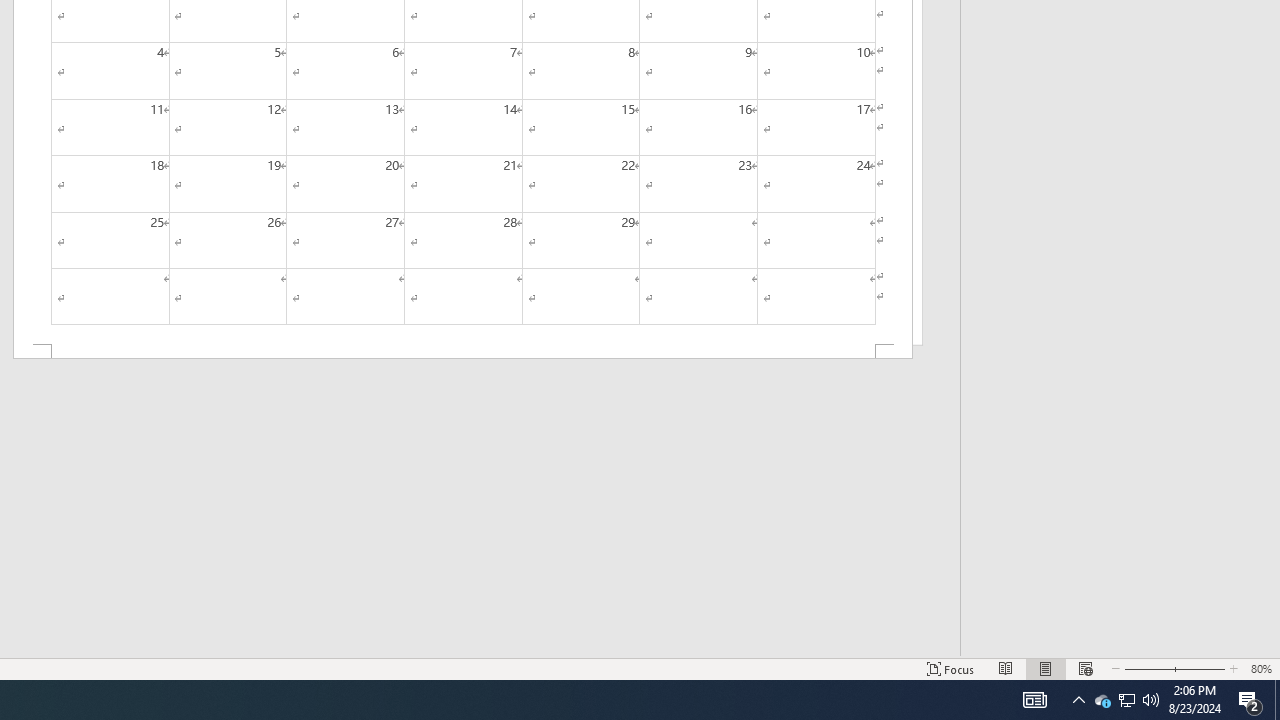  What do you see at coordinates (461, 350) in the screenshot?
I see `'Footer -Section 2-'` at bounding box center [461, 350].